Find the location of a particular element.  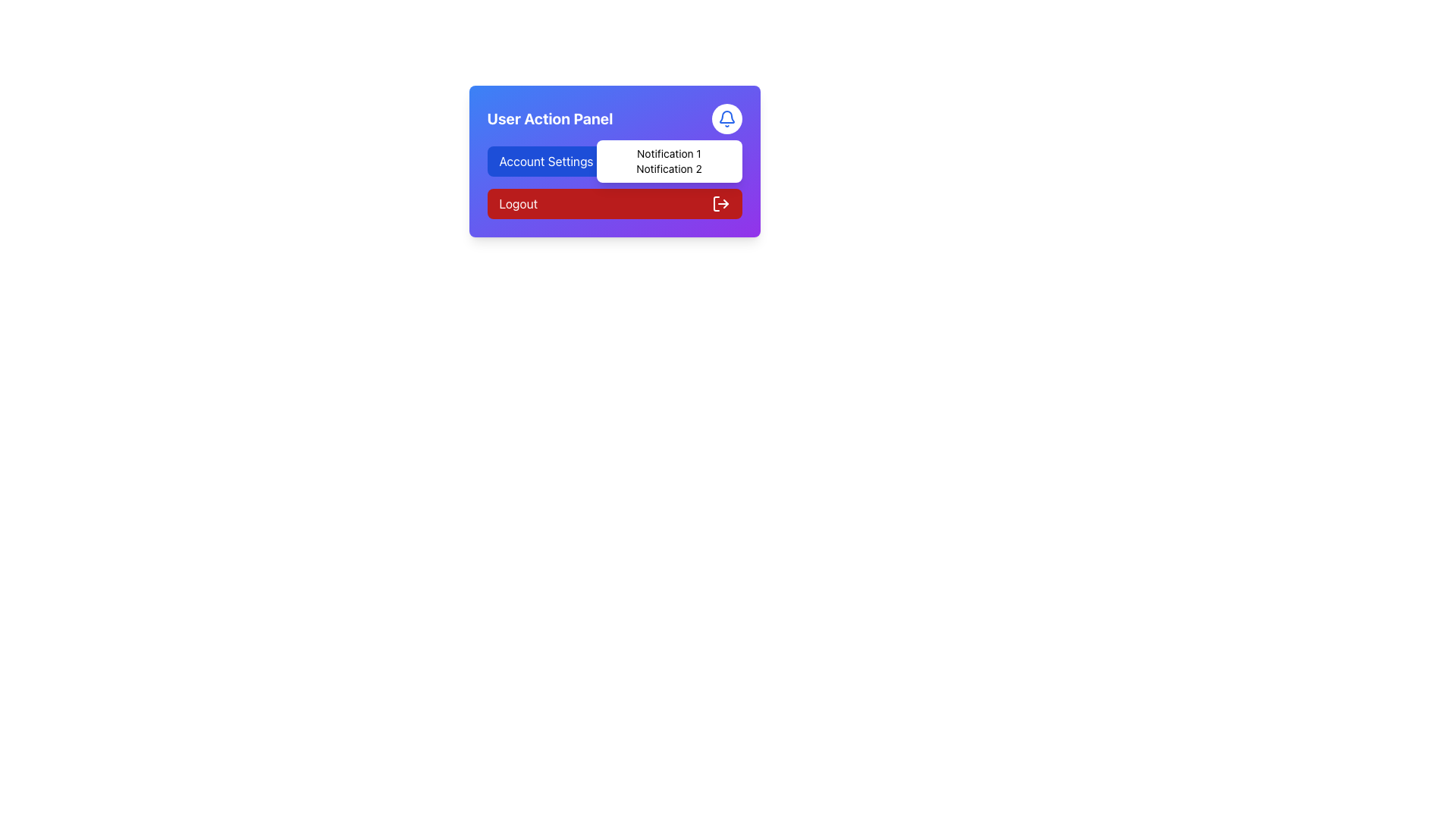

the 'Account Settings' Text button located at the top of the 'User Action Panel' to possibly highlight or reveal additional information is located at coordinates (546, 161).